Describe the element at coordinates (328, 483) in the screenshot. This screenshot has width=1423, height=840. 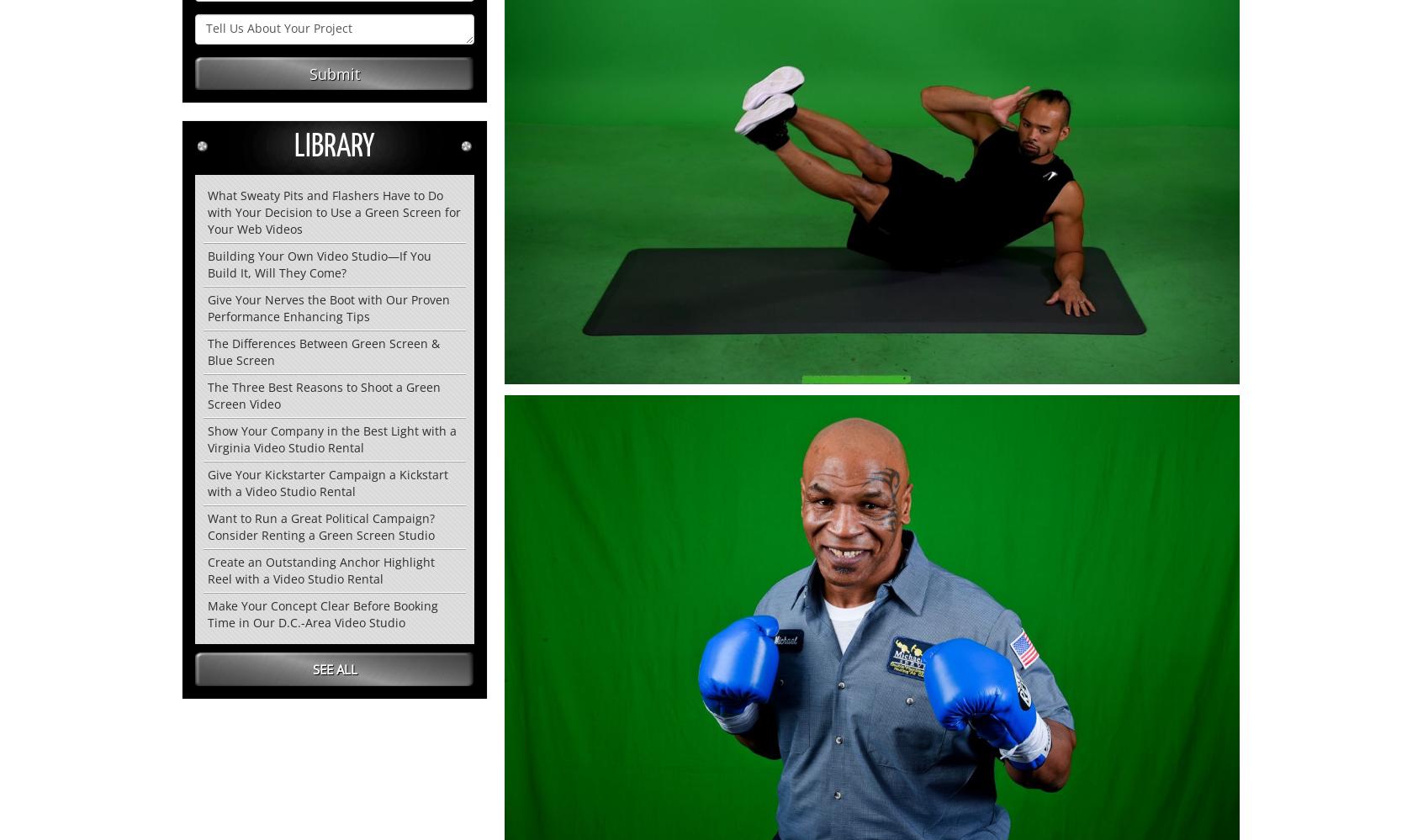
I see `'Give Your Kickstarter Campaign a Kickstart with a Video Studio Rental'` at that location.